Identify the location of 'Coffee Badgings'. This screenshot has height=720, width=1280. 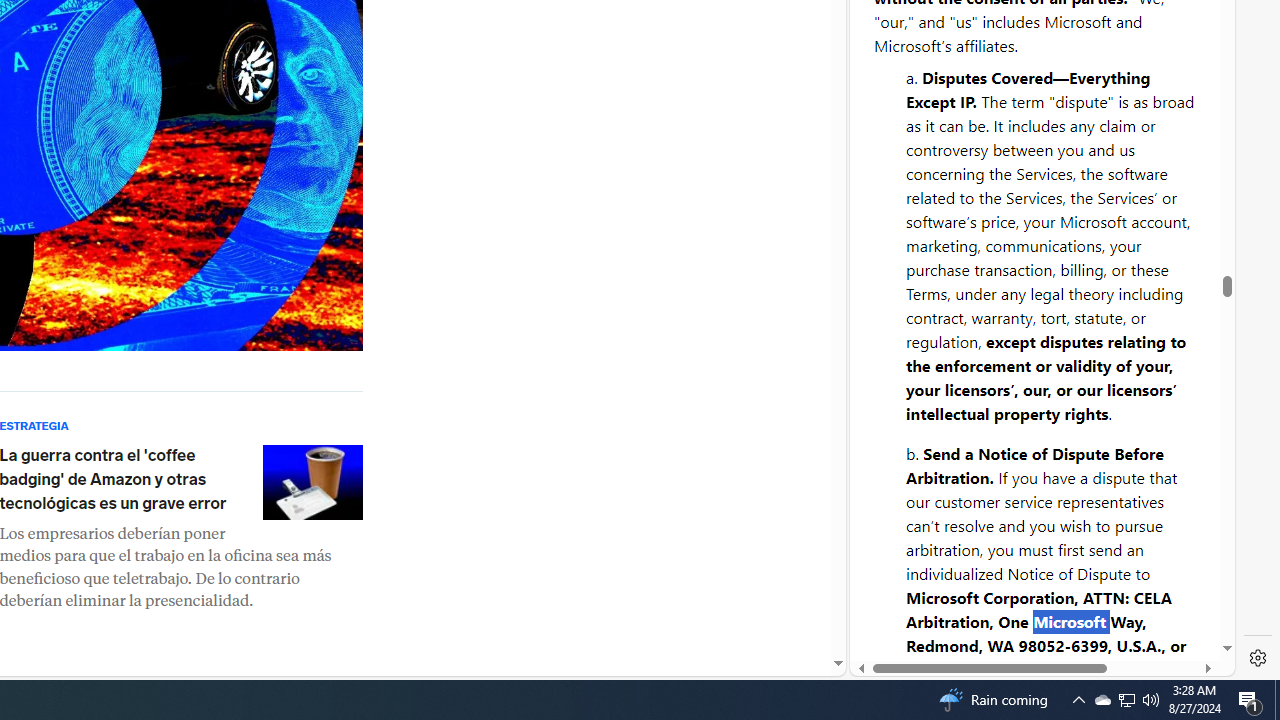
(311, 482).